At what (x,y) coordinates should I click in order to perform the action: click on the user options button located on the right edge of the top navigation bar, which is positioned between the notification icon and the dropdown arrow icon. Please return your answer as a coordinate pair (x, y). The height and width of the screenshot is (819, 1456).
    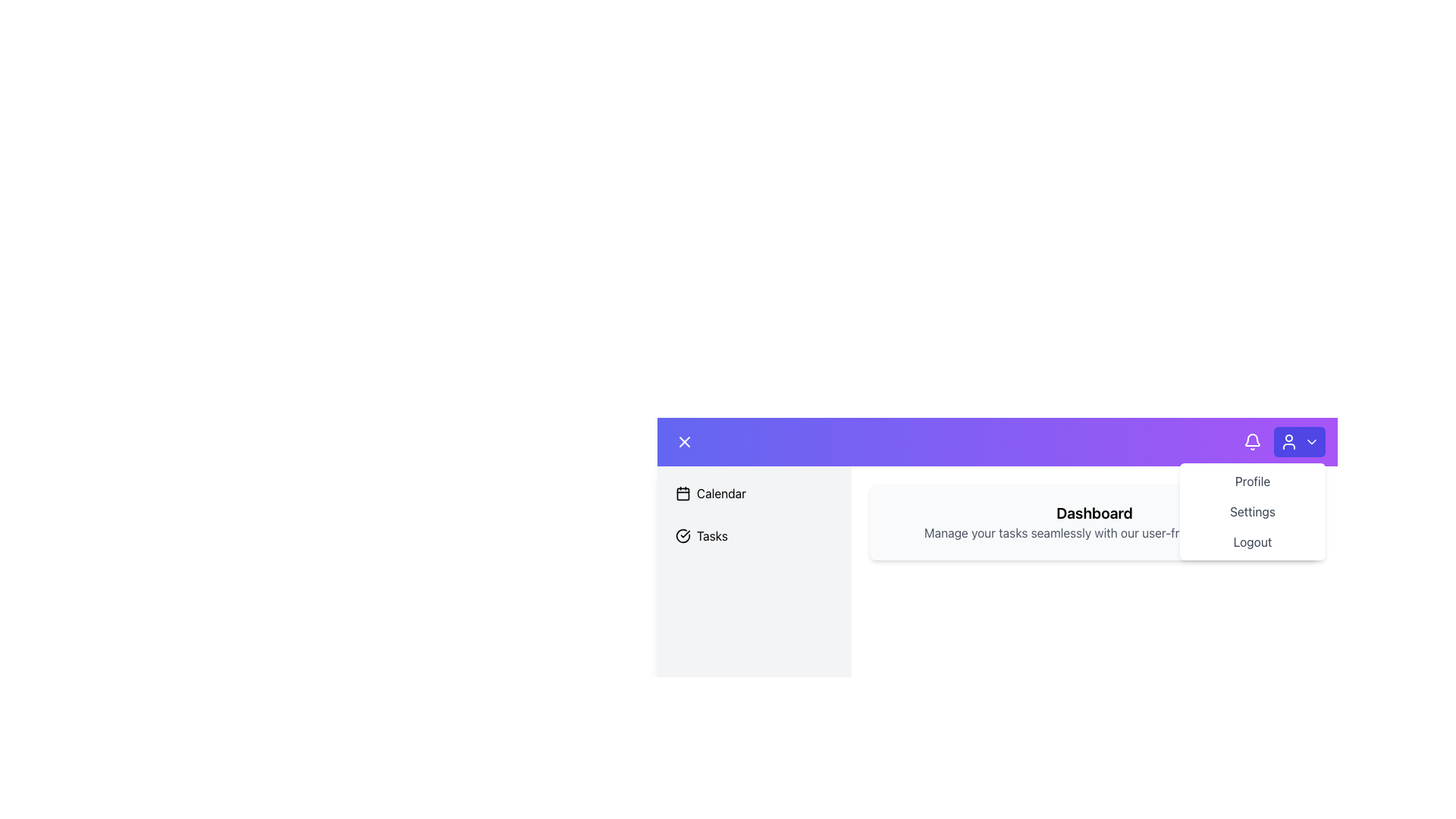
    Looking at the image, I should click on (1284, 441).